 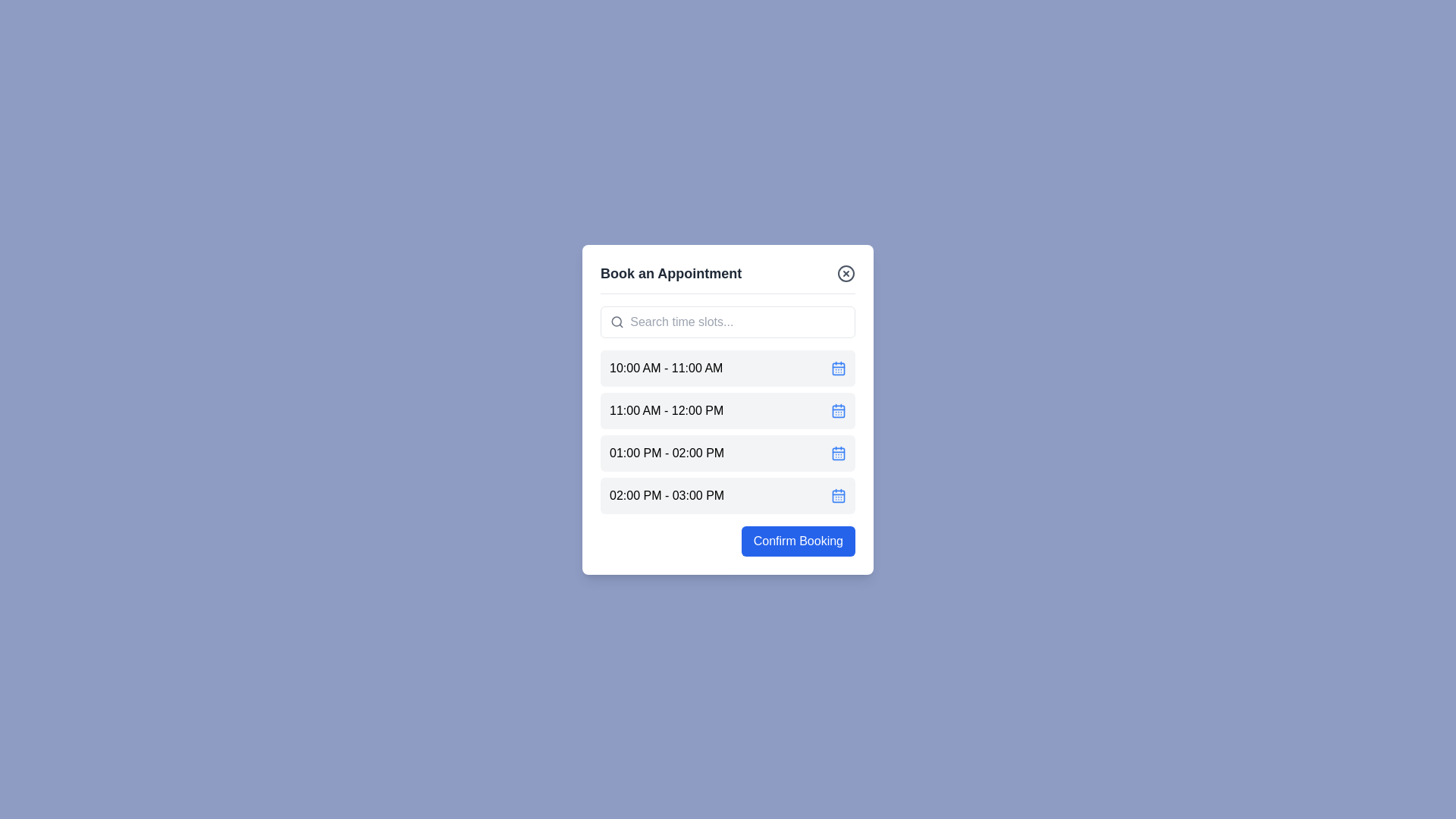 I want to click on the 'Close' icon in the top-right corner of the dialog, so click(x=846, y=273).